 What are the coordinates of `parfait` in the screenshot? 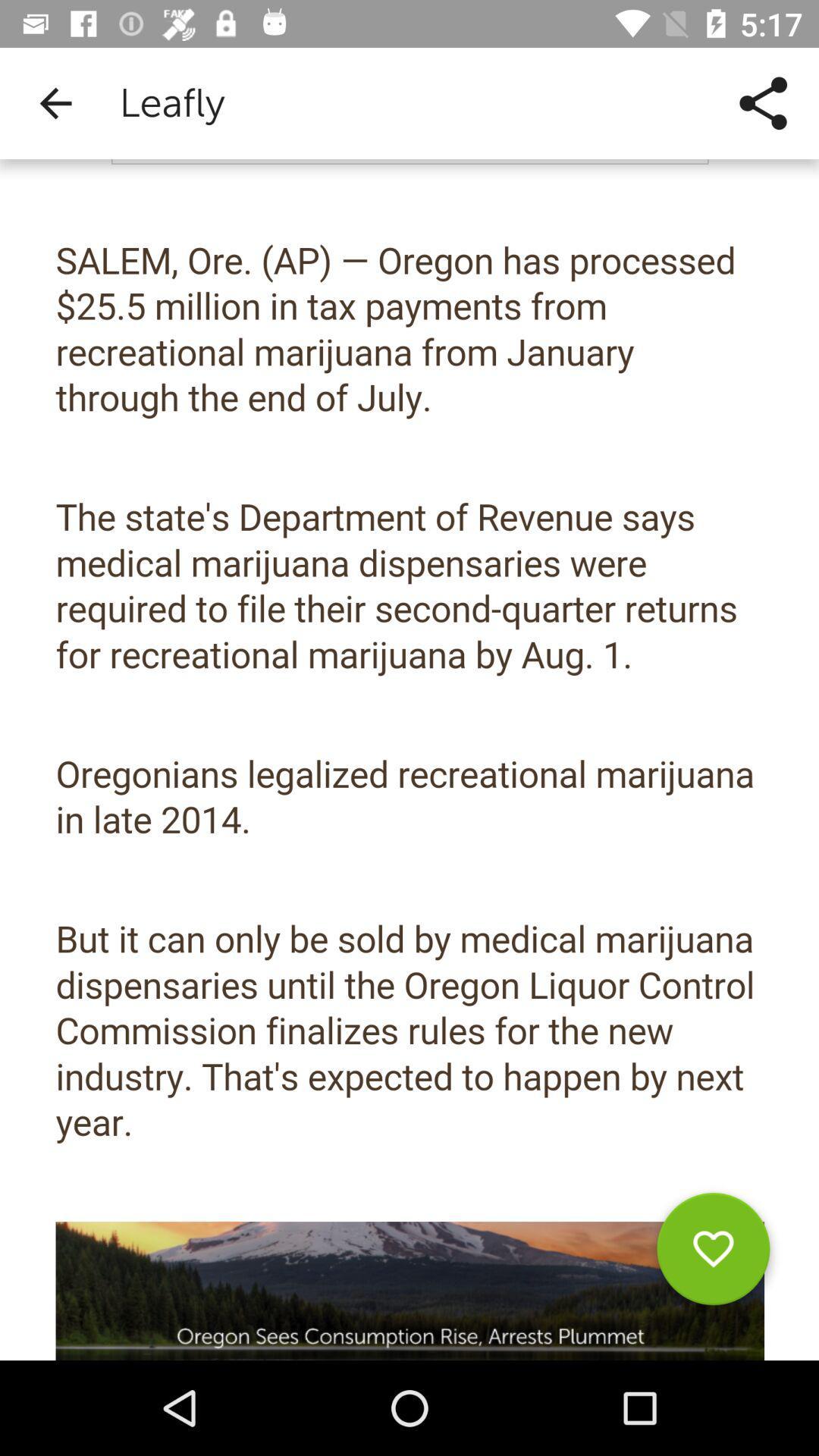 It's located at (713, 1254).